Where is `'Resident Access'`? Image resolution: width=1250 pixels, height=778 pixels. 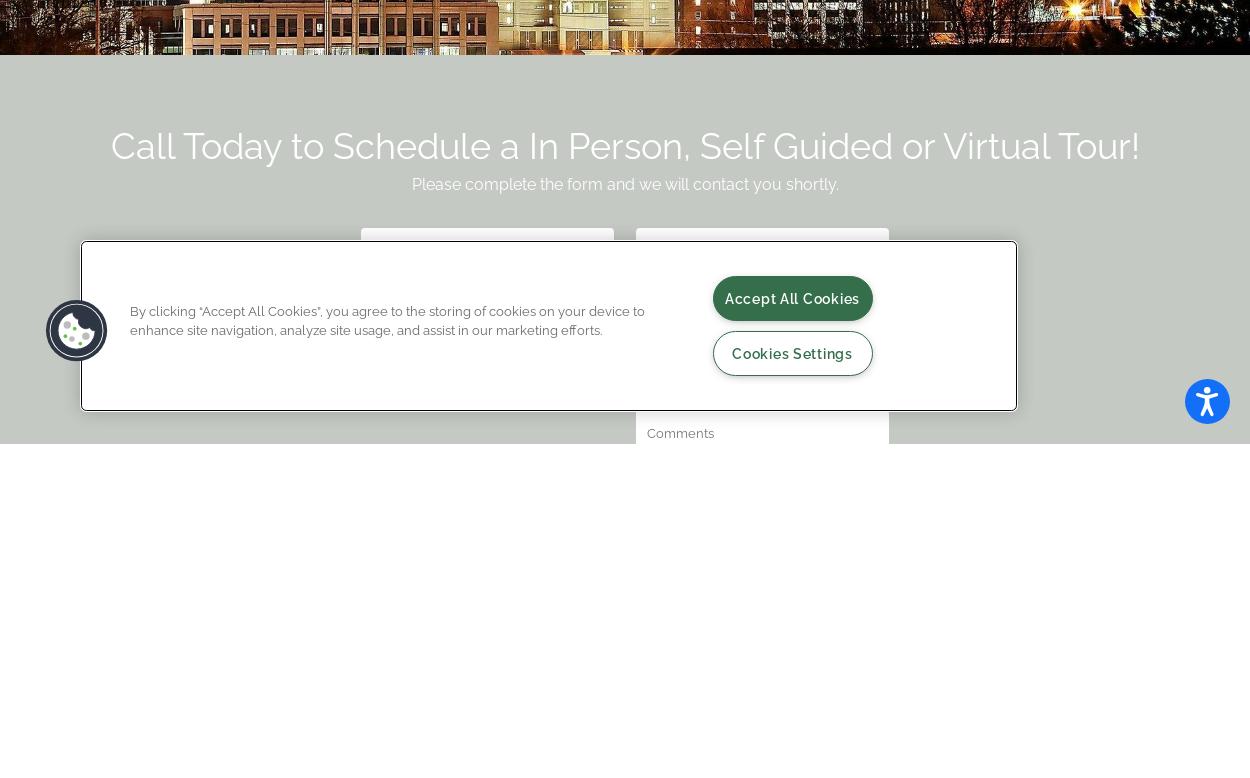 'Resident Access' is located at coordinates (302, 686).